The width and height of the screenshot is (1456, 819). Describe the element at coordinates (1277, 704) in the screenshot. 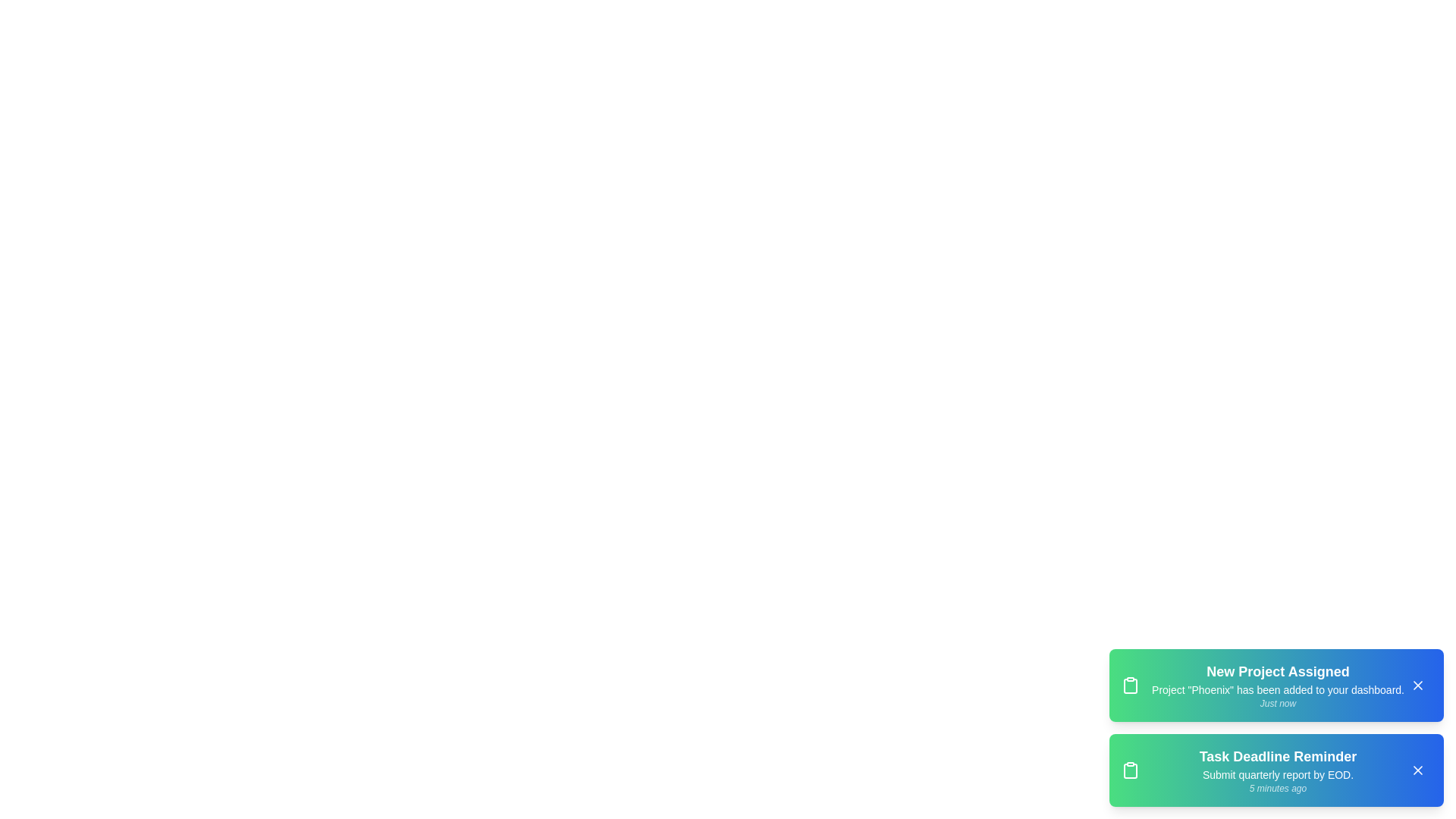

I see `the timestamp text of the notification` at that location.